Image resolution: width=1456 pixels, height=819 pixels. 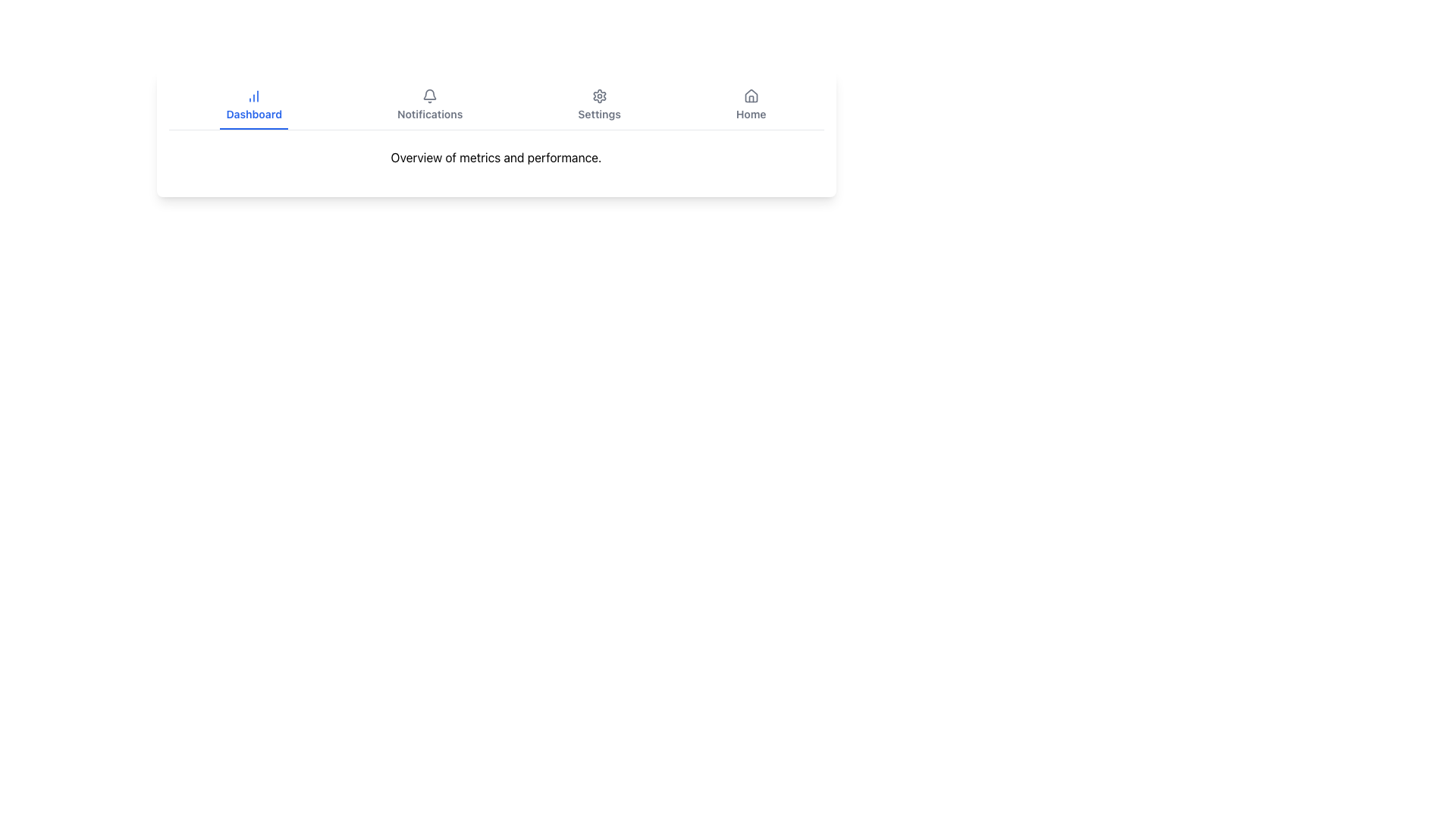 I want to click on the 'Home' button, which features a house icon and a gray label indicating its inactive state, so click(x=751, y=105).